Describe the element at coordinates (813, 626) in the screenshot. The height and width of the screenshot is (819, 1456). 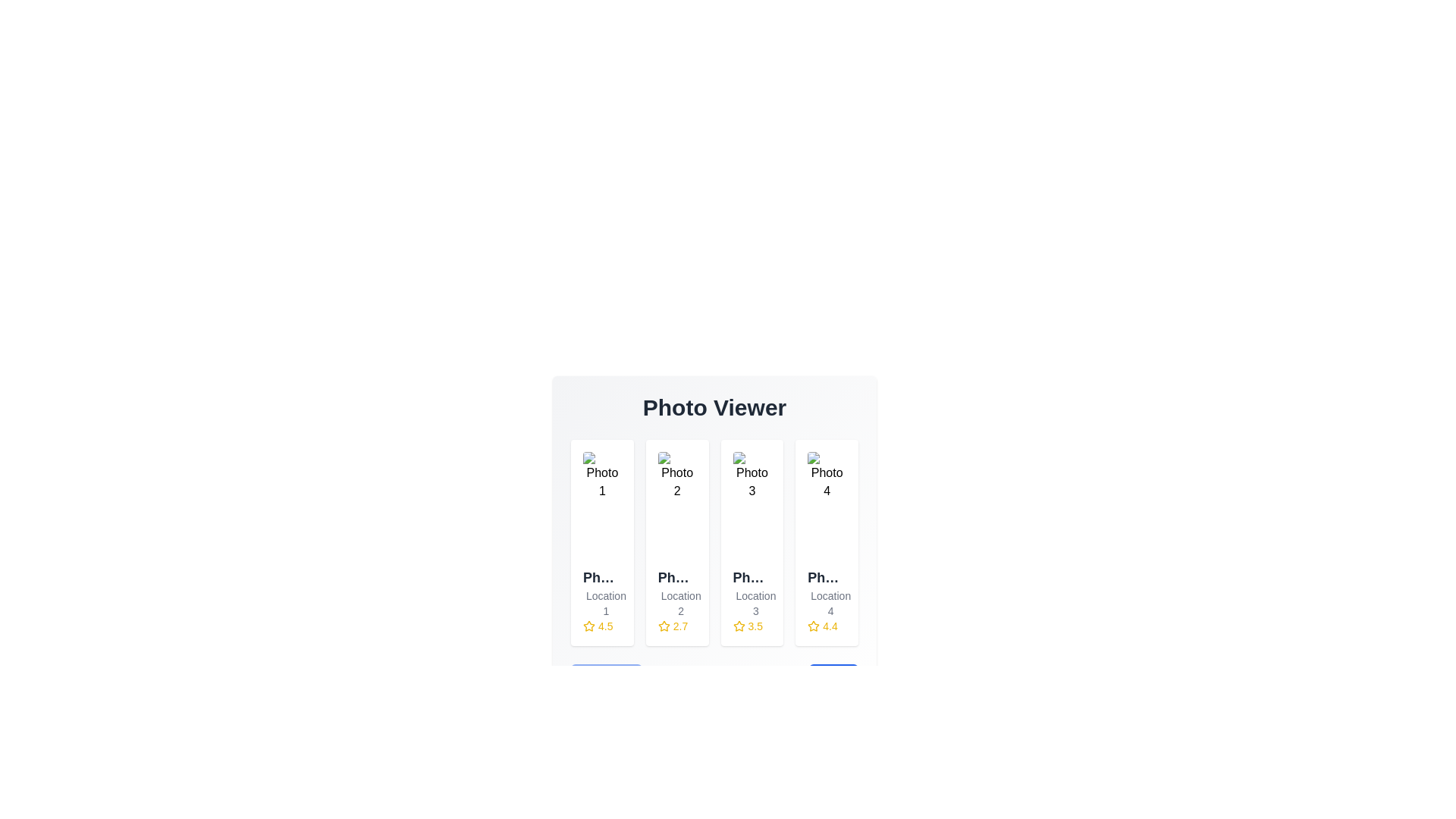
I see `the interactive rating star icon` at that location.